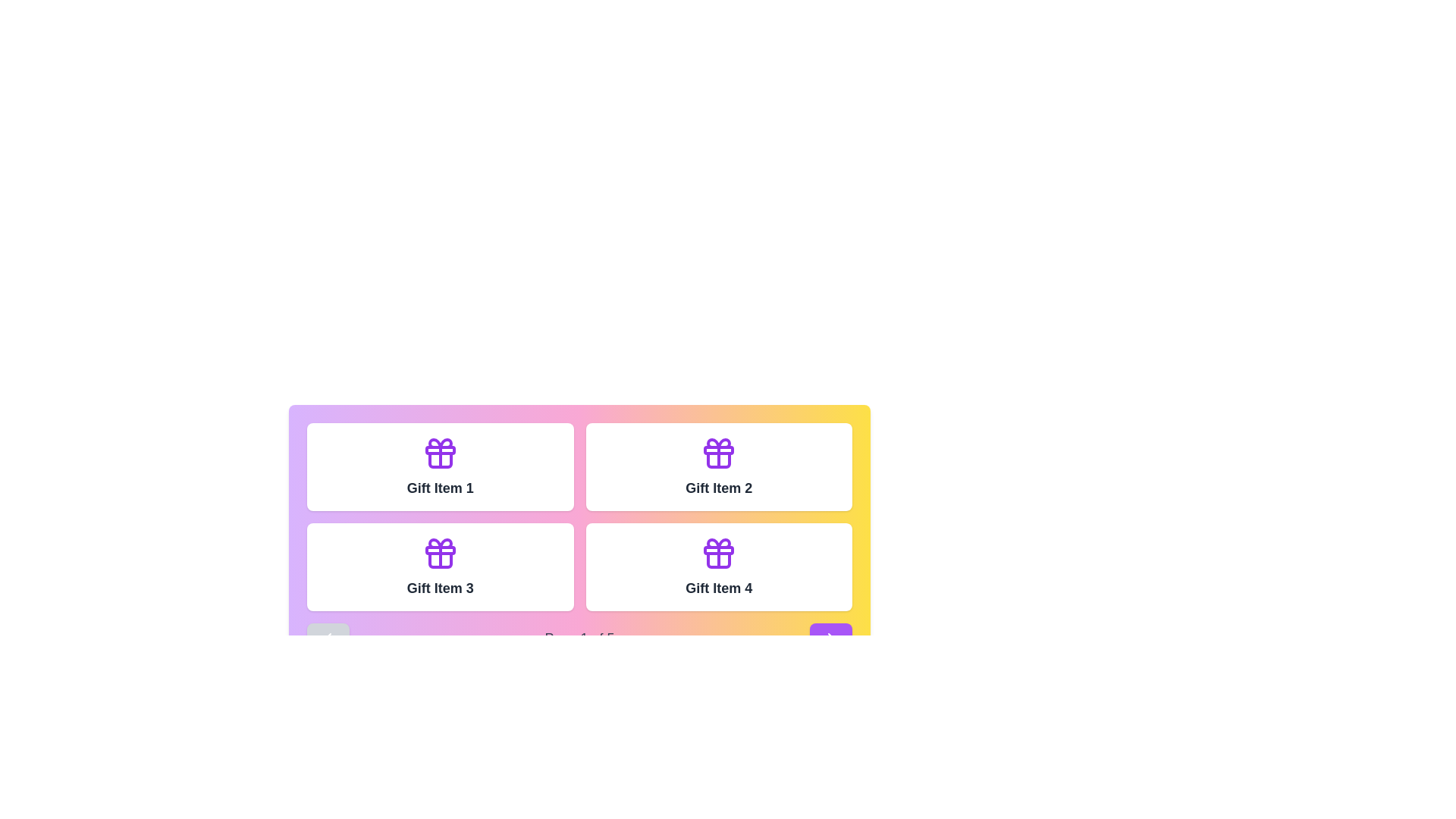  Describe the element at coordinates (439, 452) in the screenshot. I see `the decorative gift icon located at the top row and first column of a 2x2 grid layout, part of the card labeled 'Gift Item 1'` at that location.